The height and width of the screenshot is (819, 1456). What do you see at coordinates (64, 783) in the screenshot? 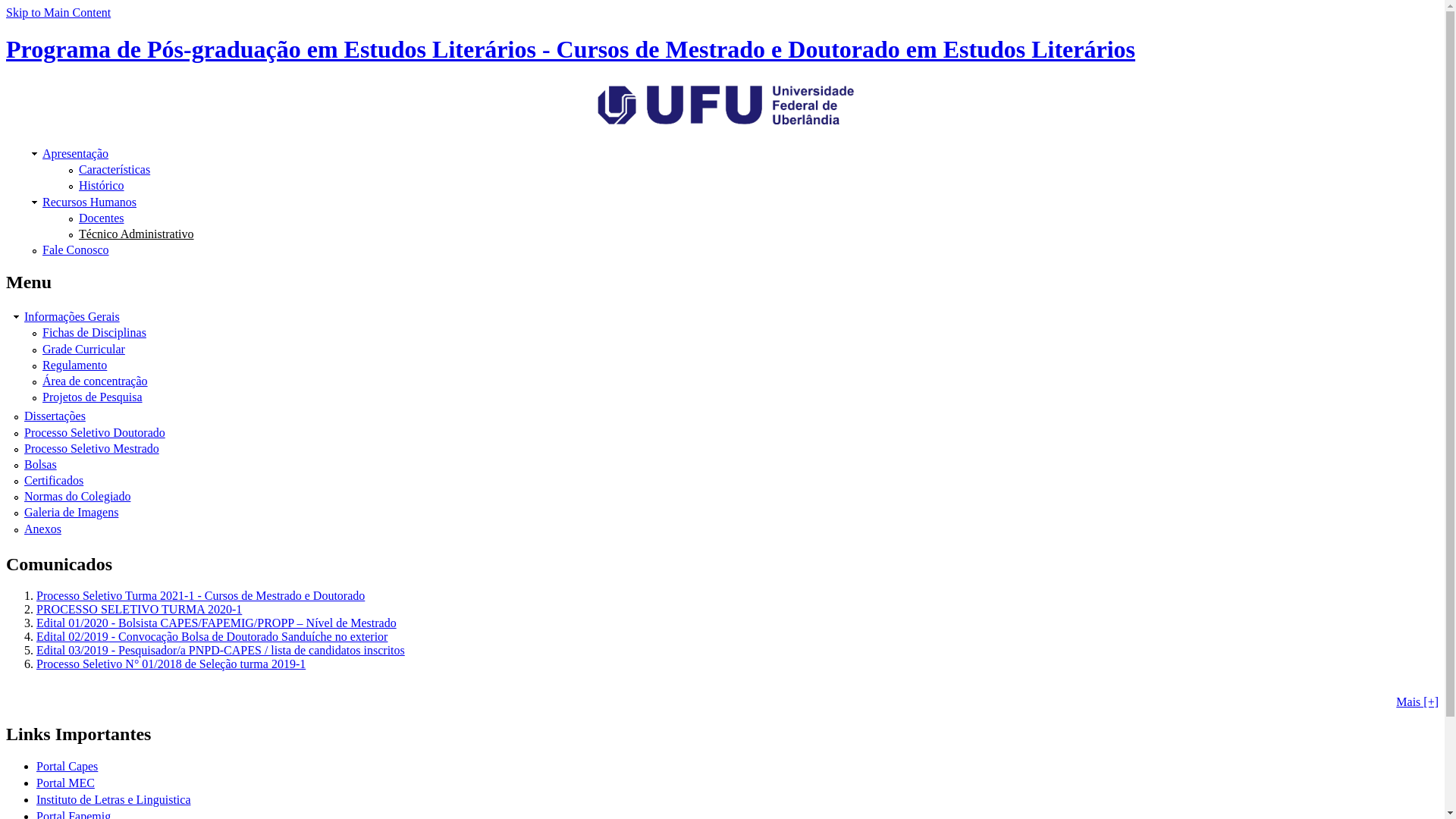
I see `'Portal MEC'` at bounding box center [64, 783].